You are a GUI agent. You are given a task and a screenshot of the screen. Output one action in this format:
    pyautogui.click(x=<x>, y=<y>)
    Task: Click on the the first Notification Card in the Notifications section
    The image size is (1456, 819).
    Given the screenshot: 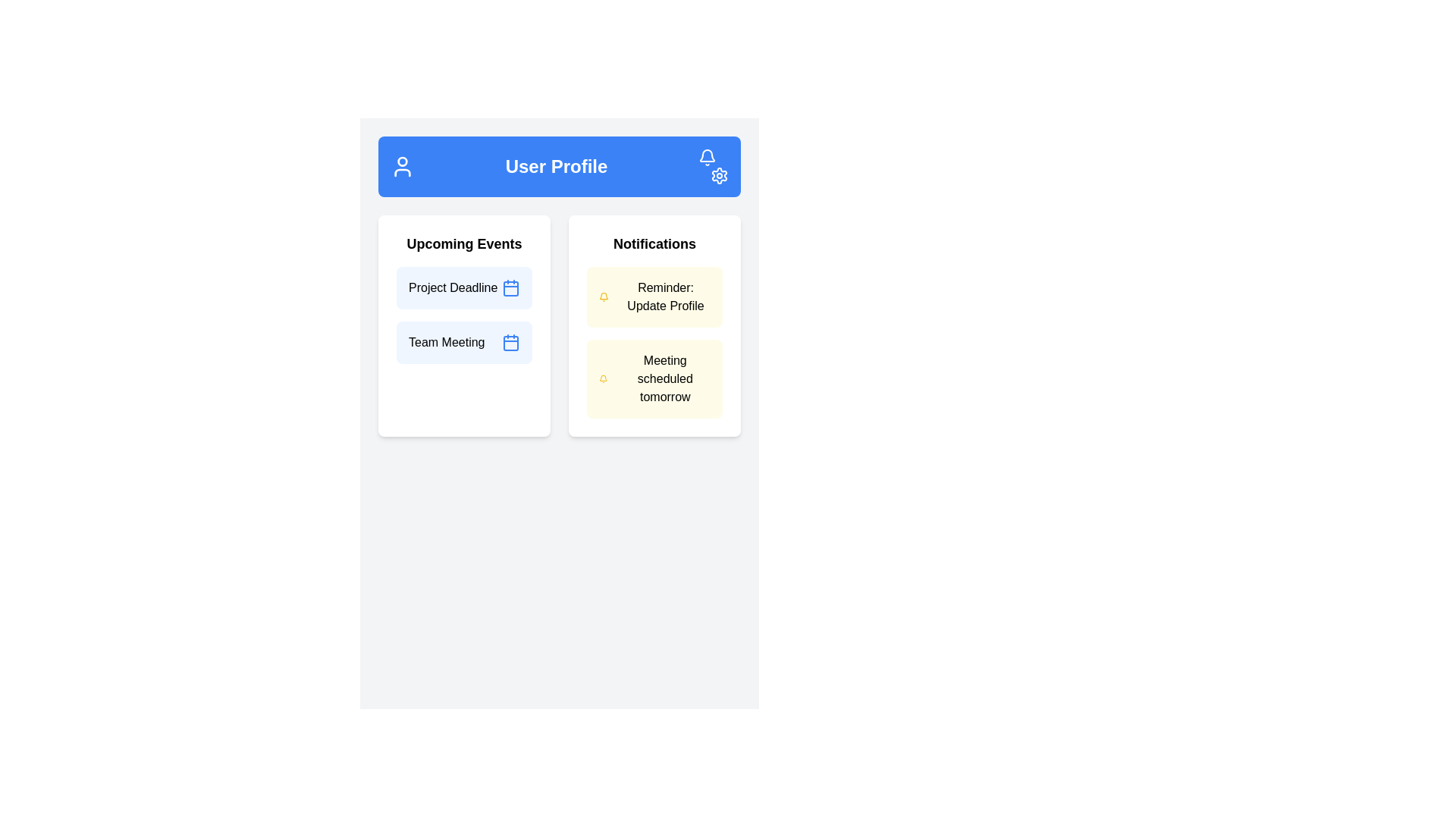 What is the action you would take?
    pyautogui.click(x=654, y=325)
    